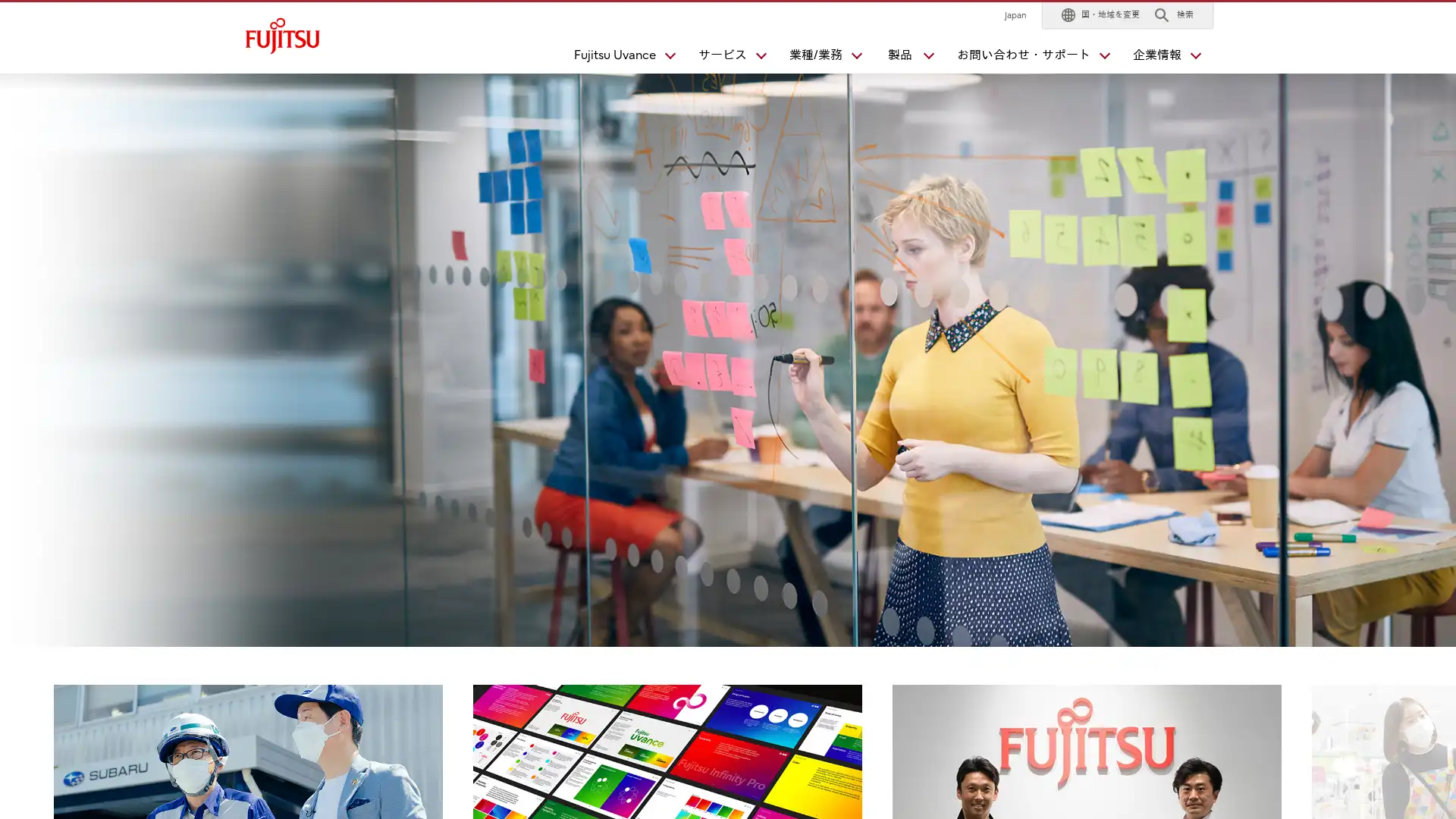 The image size is (1456, 819). Describe the element at coordinates (818, 58) in the screenshot. I see `/` at that location.